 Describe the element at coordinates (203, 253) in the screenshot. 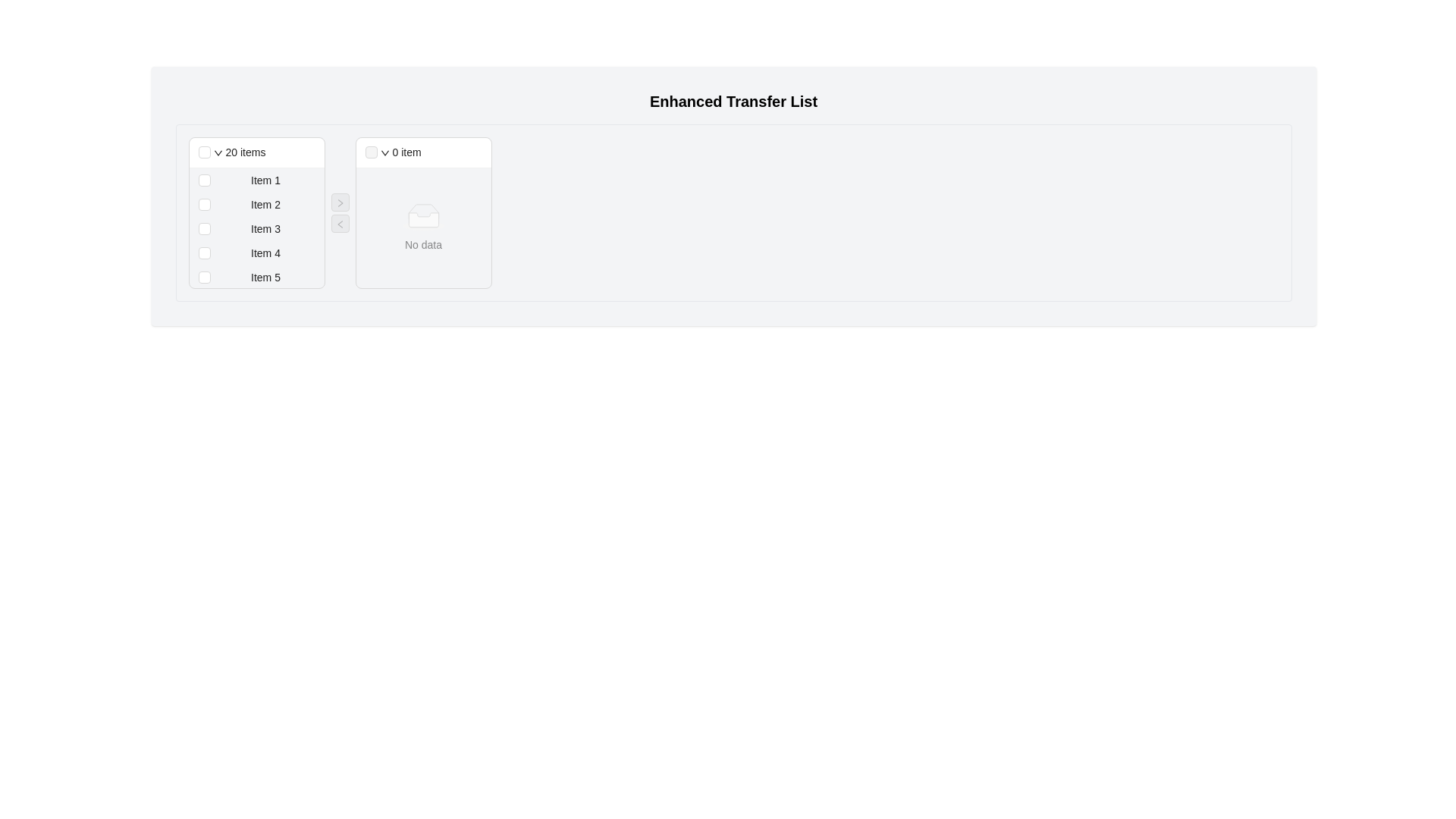

I see `the checkbox associated with 'Item 4' in the left transfer list` at that location.